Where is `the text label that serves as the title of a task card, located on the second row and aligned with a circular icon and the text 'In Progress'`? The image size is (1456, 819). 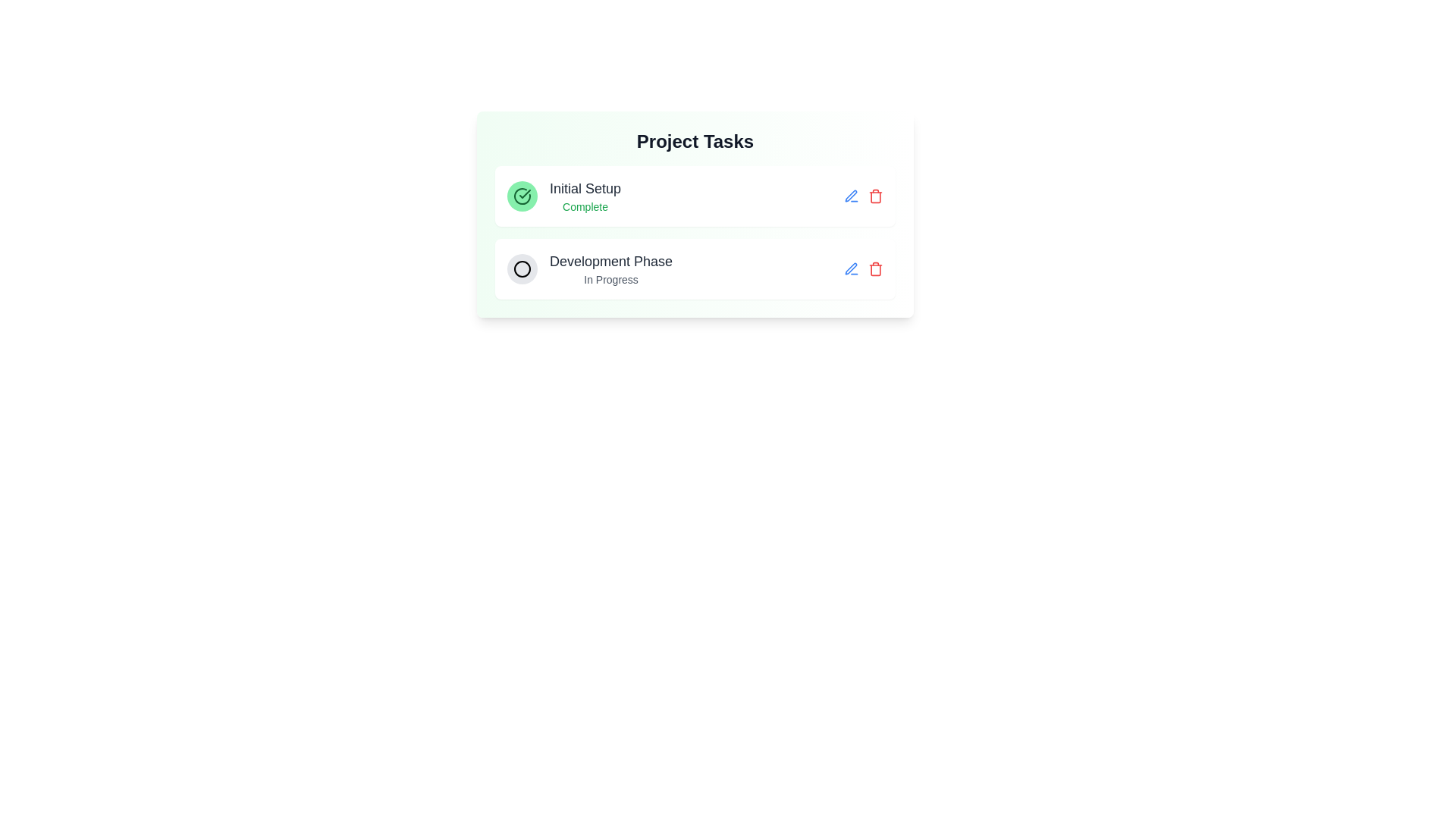 the text label that serves as the title of a task card, located on the second row and aligned with a circular icon and the text 'In Progress' is located at coordinates (611, 260).